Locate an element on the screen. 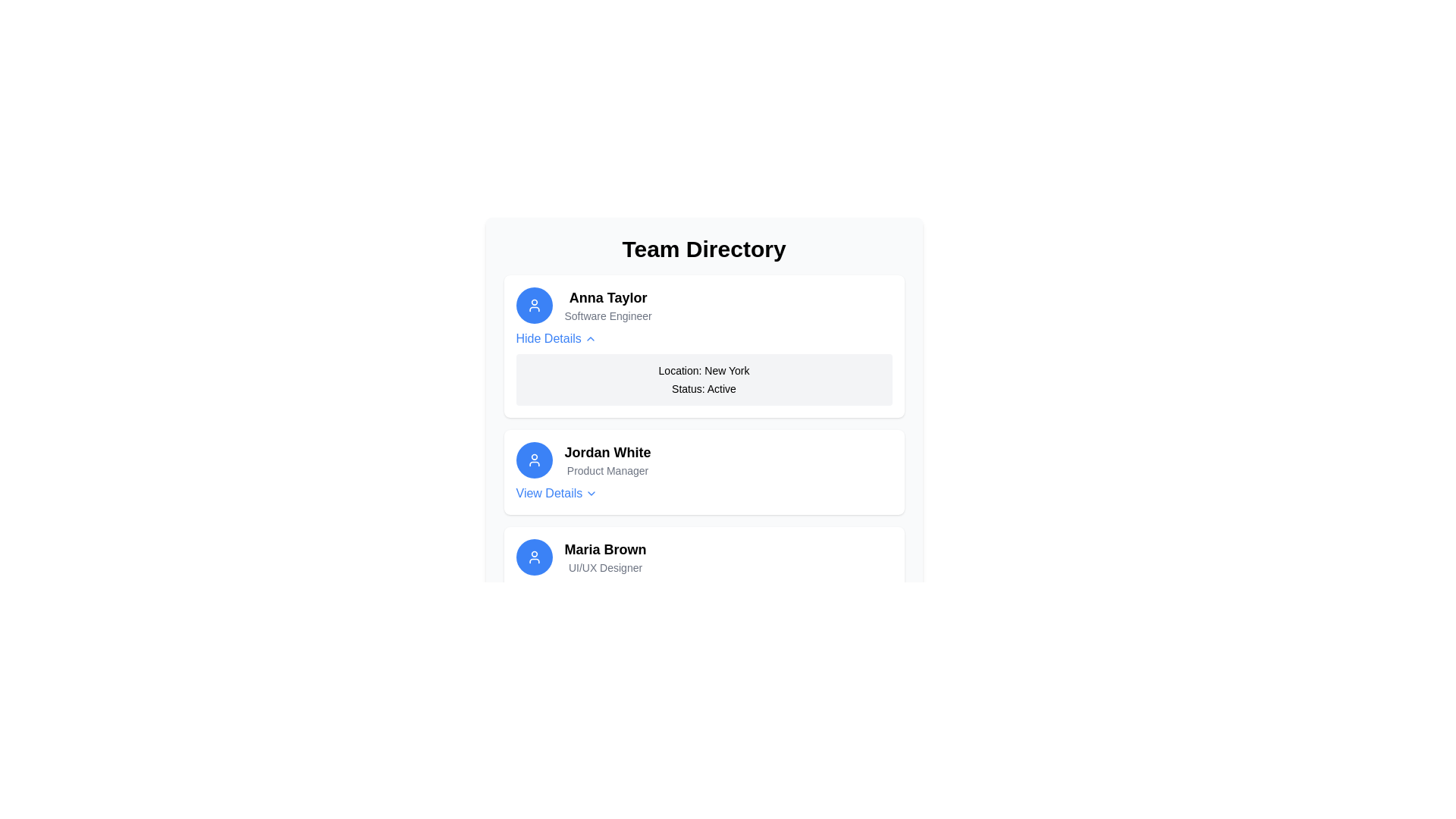 This screenshot has width=1456, height=819. the text label that reads 'Status: Active', which is styled in a small font with black text on a light gray background, located beneath the name and profession details of 'Anna Taylor' is located at coordinates (703, 388).